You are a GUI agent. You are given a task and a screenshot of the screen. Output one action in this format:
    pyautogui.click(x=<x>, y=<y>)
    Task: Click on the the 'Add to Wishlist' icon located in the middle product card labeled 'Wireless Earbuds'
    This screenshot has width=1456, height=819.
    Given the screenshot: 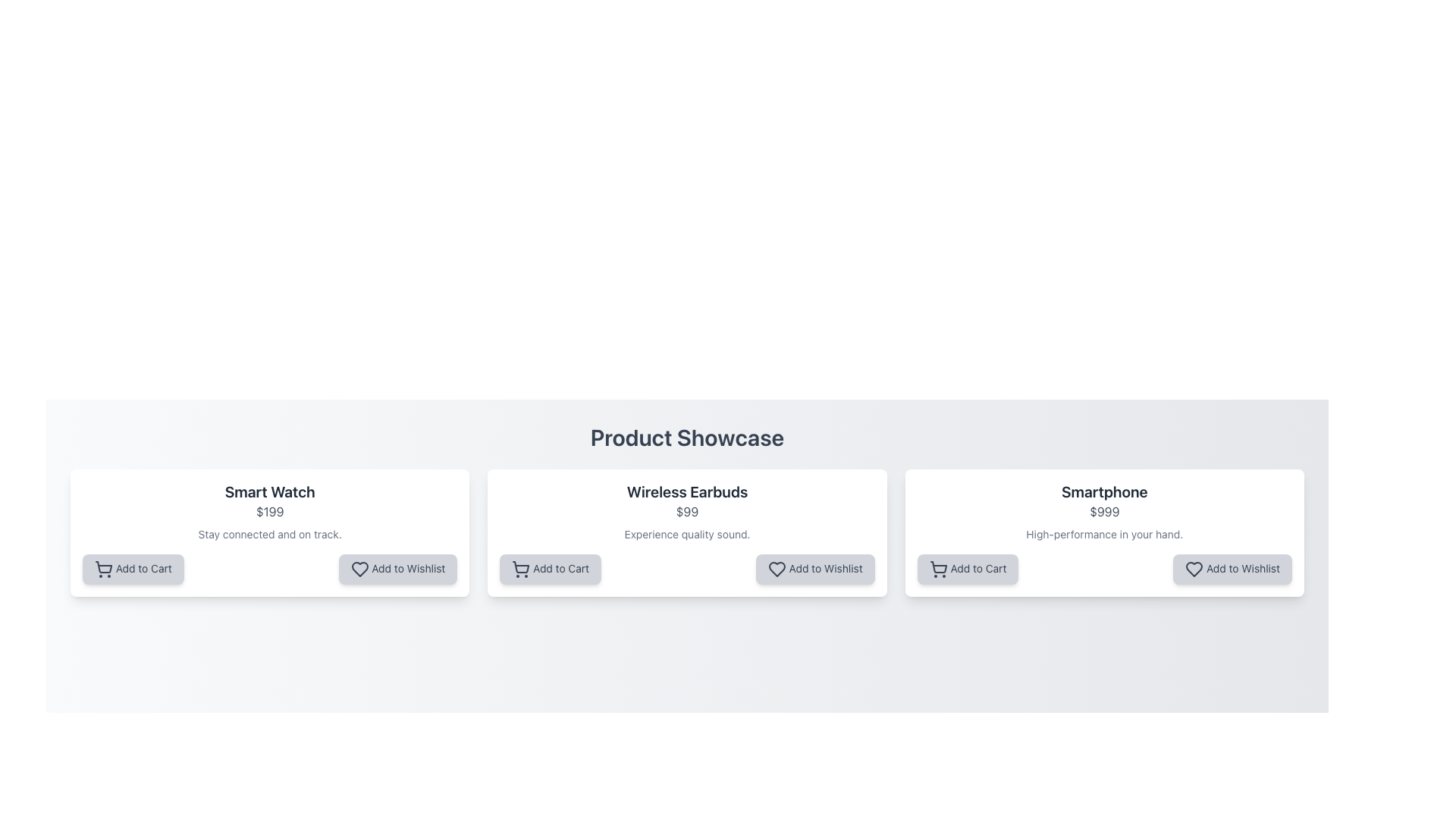 What is the action you would take?
    pyautogui.click(x=777, y=570)
    